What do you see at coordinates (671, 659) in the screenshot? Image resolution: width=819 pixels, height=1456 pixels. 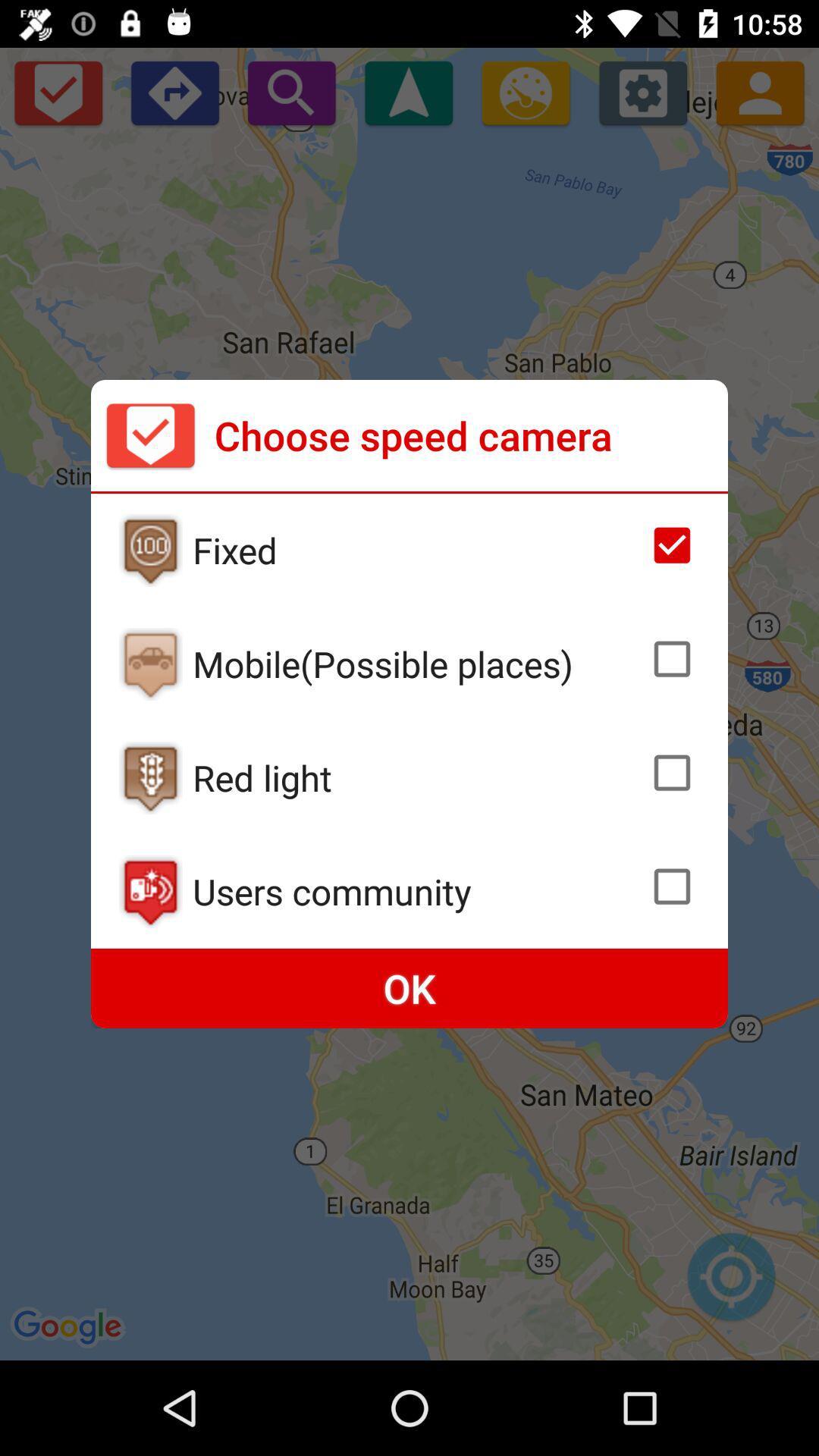 I see `choose your choice` at bounding box center [671, 659].